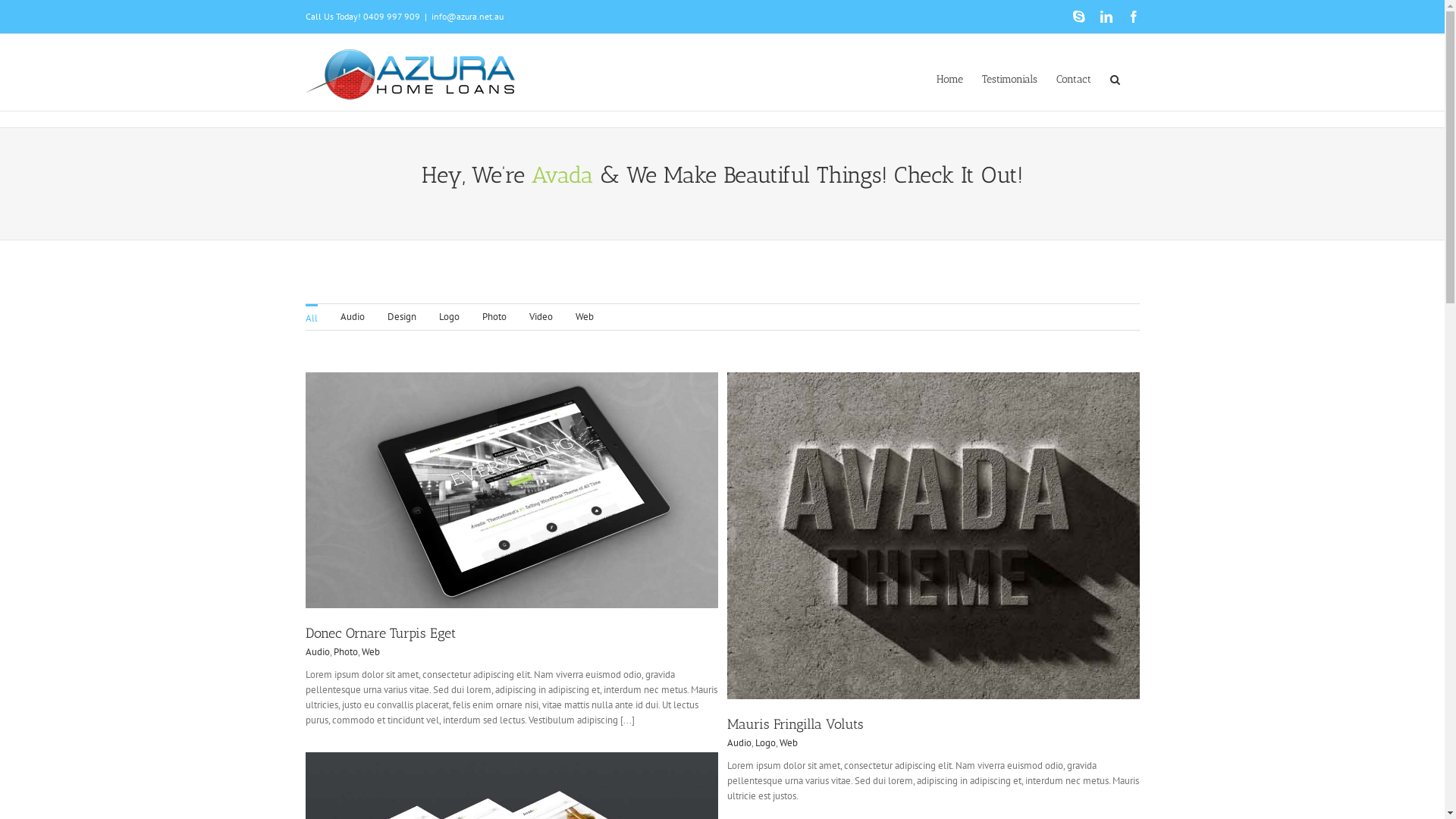 The image size is (1456, 819). Describe the element at coordinates (345, 651) in the screenshot. I see `'Photo'` at that location.